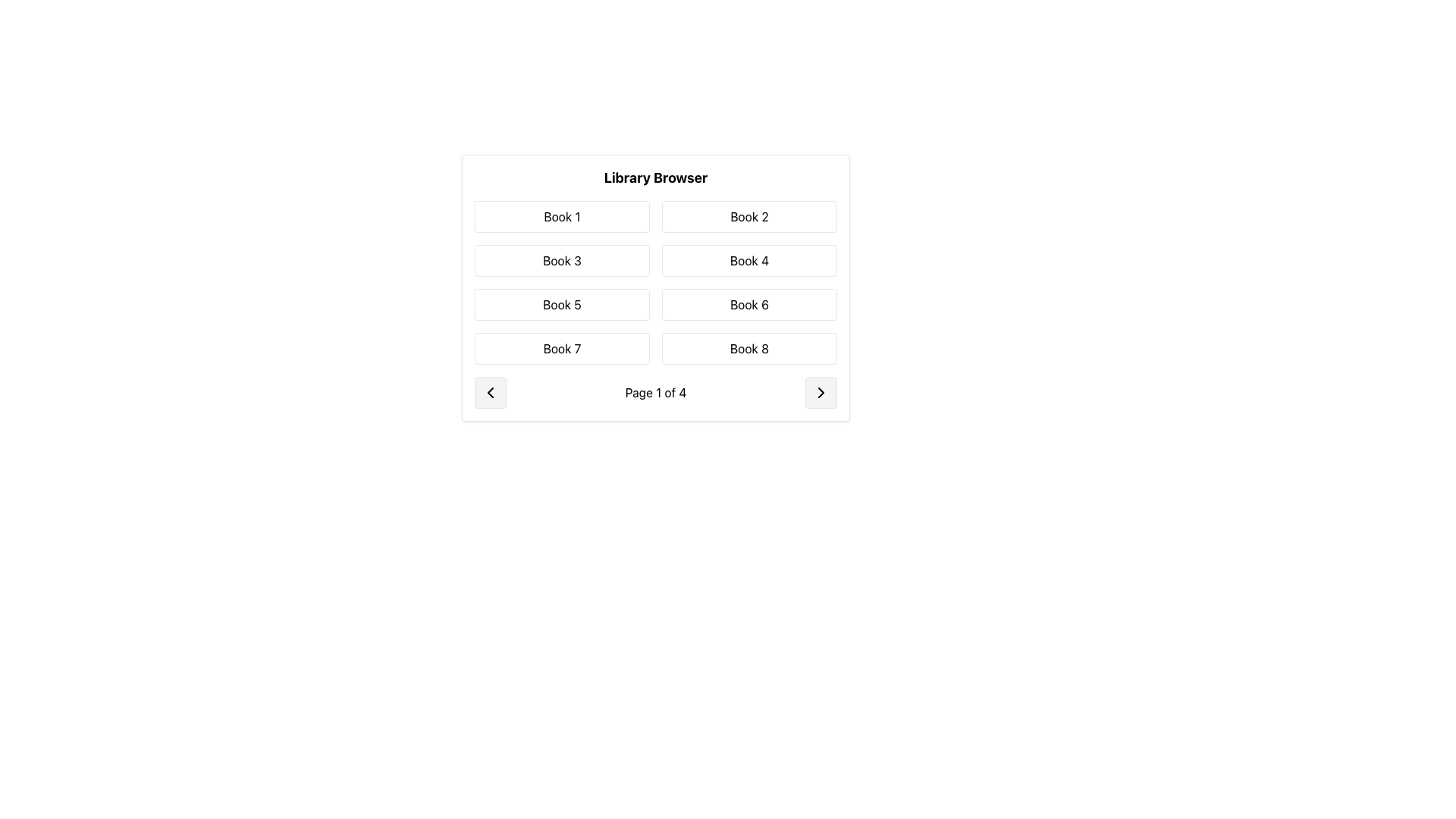 This screenshot has height=819, width=1456. Describe the element at coordinates (821, 391) in the screenshot. I see `the button located in the bottom right corner of the navigation bar` at that location.